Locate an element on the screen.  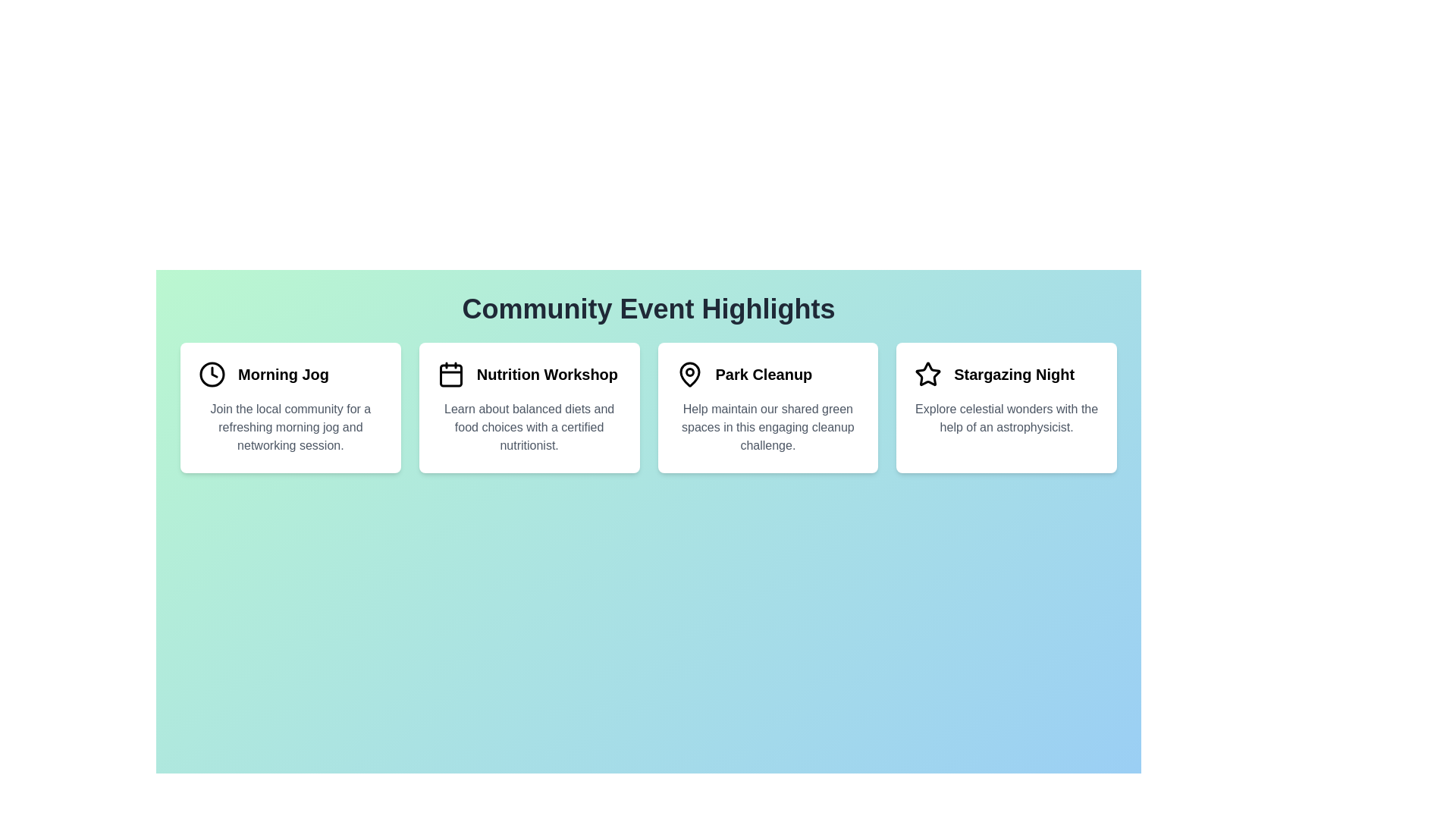
description of the first Informational Card showcasing the morning jog event, which is positioned in the top-left of the grid layout is located at coordinates (290, 406).